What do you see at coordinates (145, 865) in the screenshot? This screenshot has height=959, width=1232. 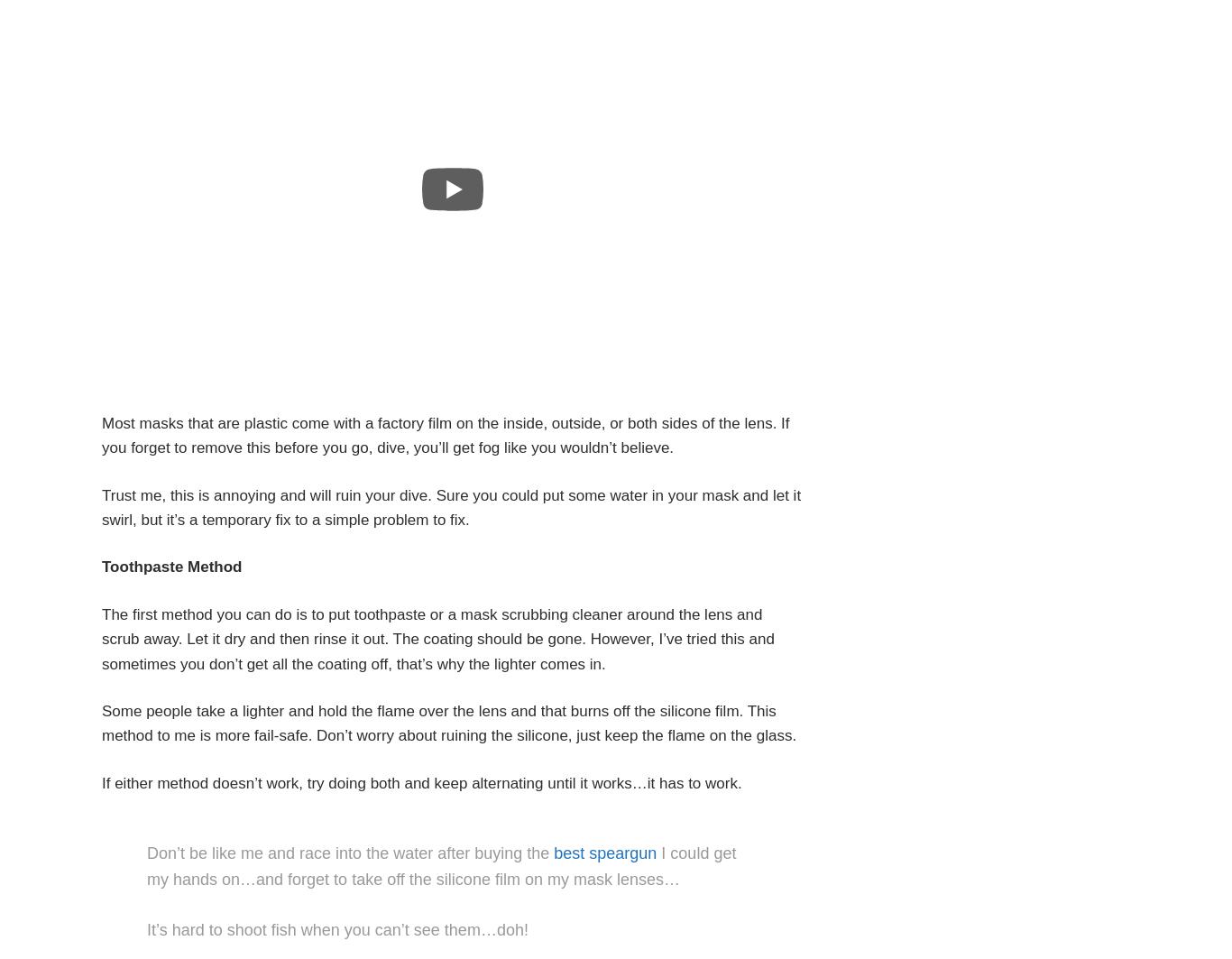 I see `'I could get my hands on…and forget to take off the silicone film on my mask lenses…'` at bounding box center [145, 865].